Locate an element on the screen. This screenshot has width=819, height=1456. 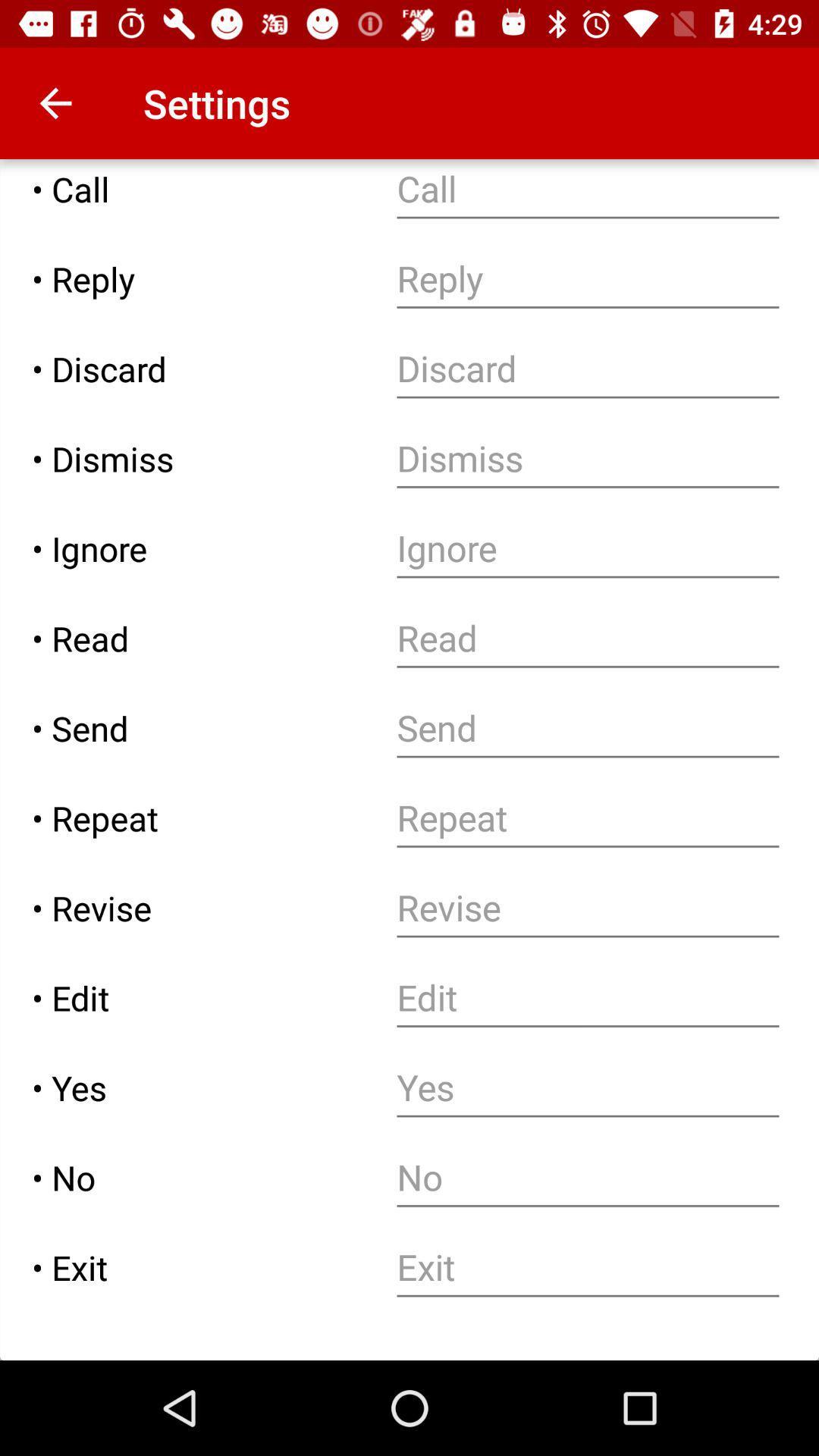
edit text box is located at coordinates (587, 998).